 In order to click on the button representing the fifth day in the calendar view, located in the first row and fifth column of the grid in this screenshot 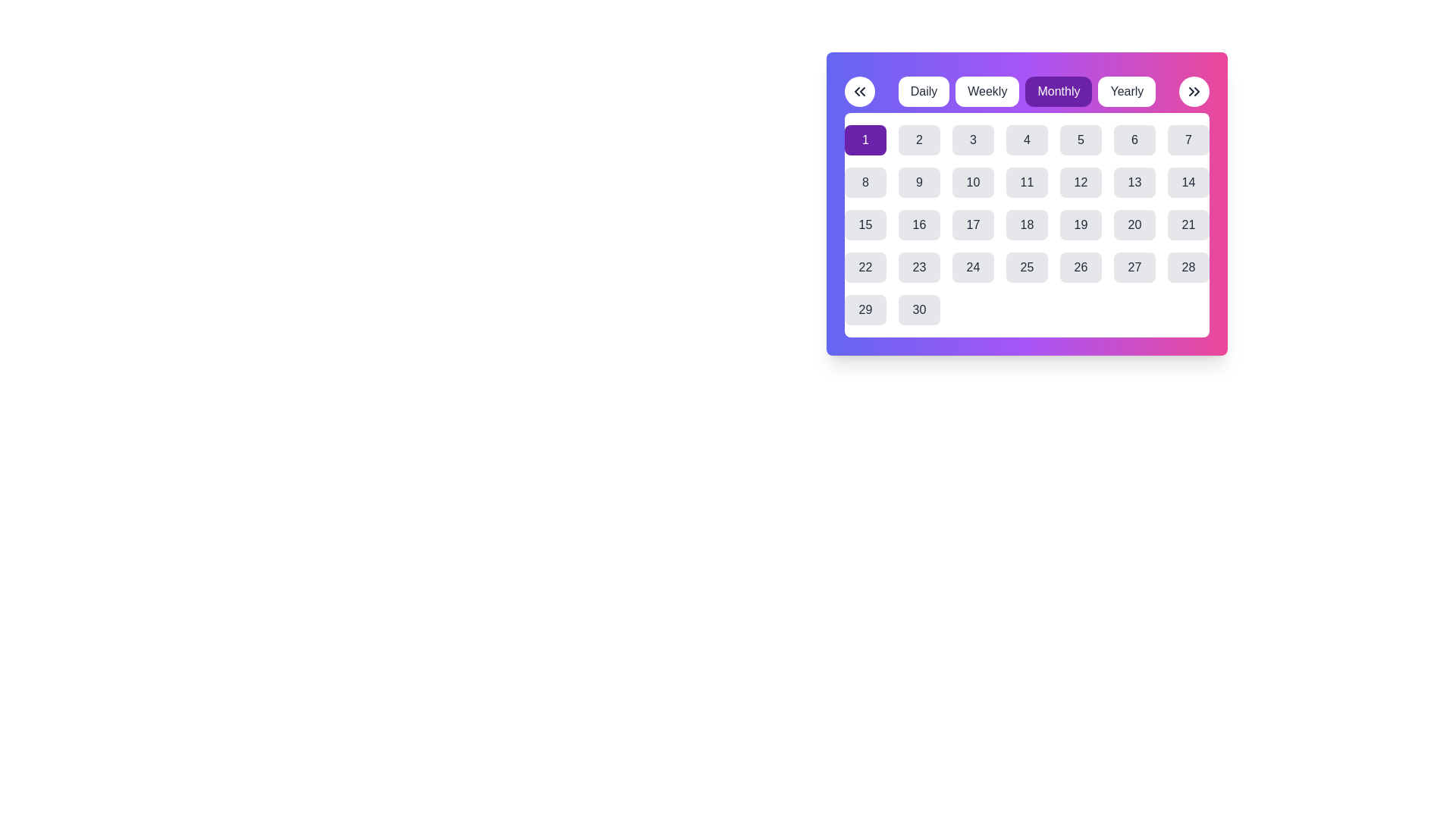, I will do `click(1080, 140)`.